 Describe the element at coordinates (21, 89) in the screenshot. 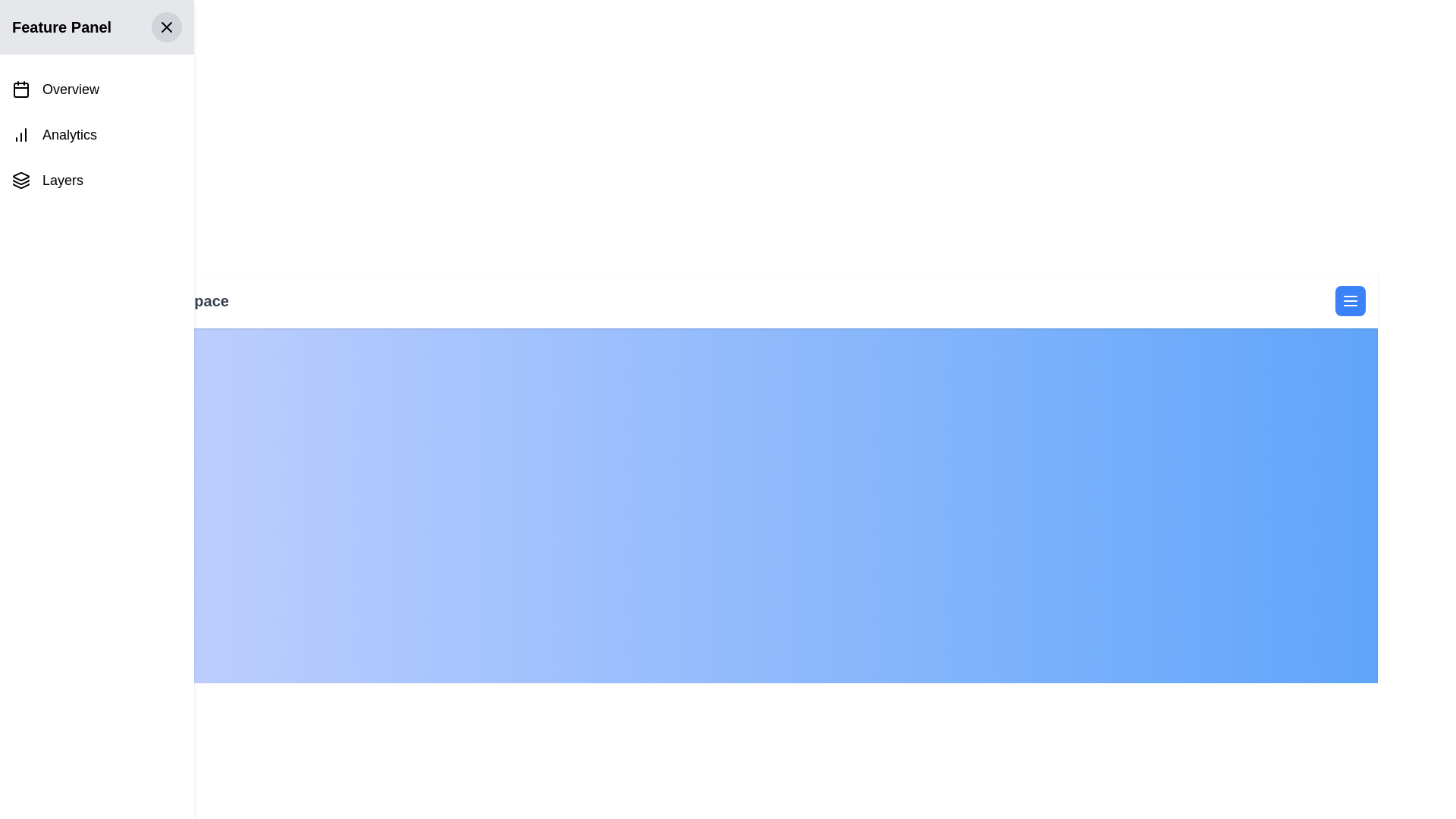

I see `the small calendar icon with a black outline and white fill, which is located to the far left of the 'Overview' menu item` at that location.